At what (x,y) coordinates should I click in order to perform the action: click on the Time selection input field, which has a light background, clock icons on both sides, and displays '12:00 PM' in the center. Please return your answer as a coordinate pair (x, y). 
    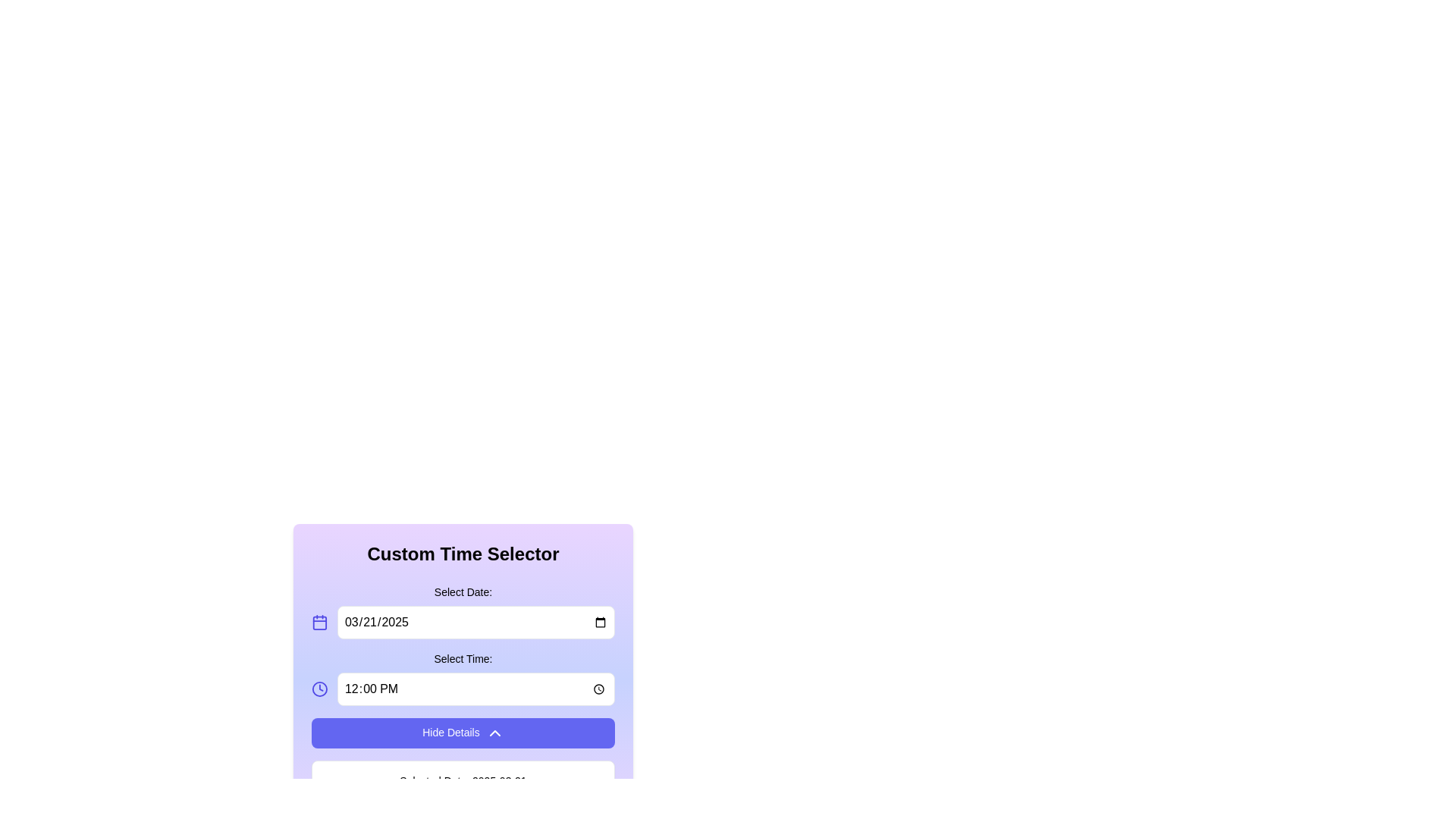
    Looking at the image, I should click on (462, 689).